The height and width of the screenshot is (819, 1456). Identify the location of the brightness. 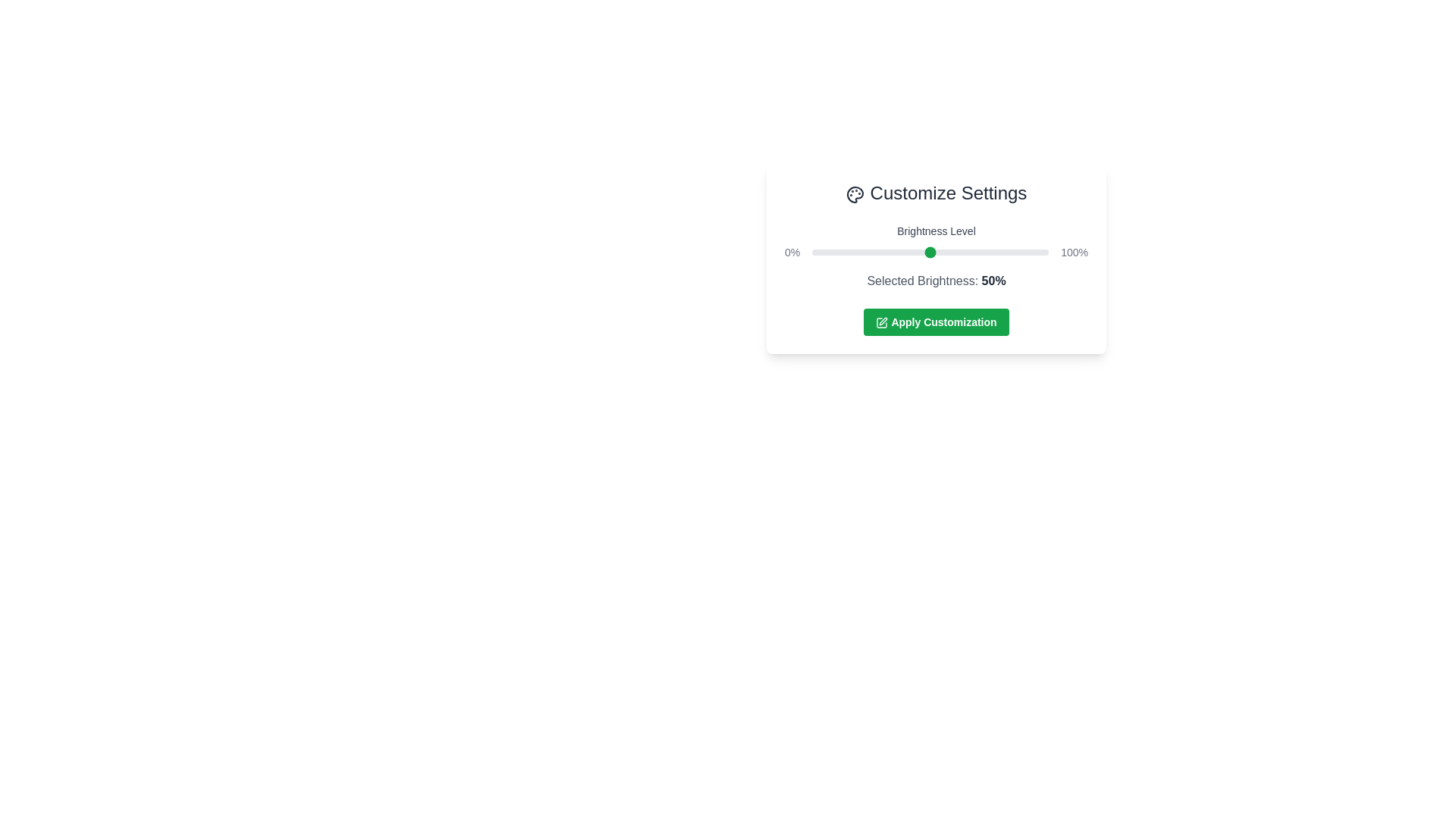
(958, 251).